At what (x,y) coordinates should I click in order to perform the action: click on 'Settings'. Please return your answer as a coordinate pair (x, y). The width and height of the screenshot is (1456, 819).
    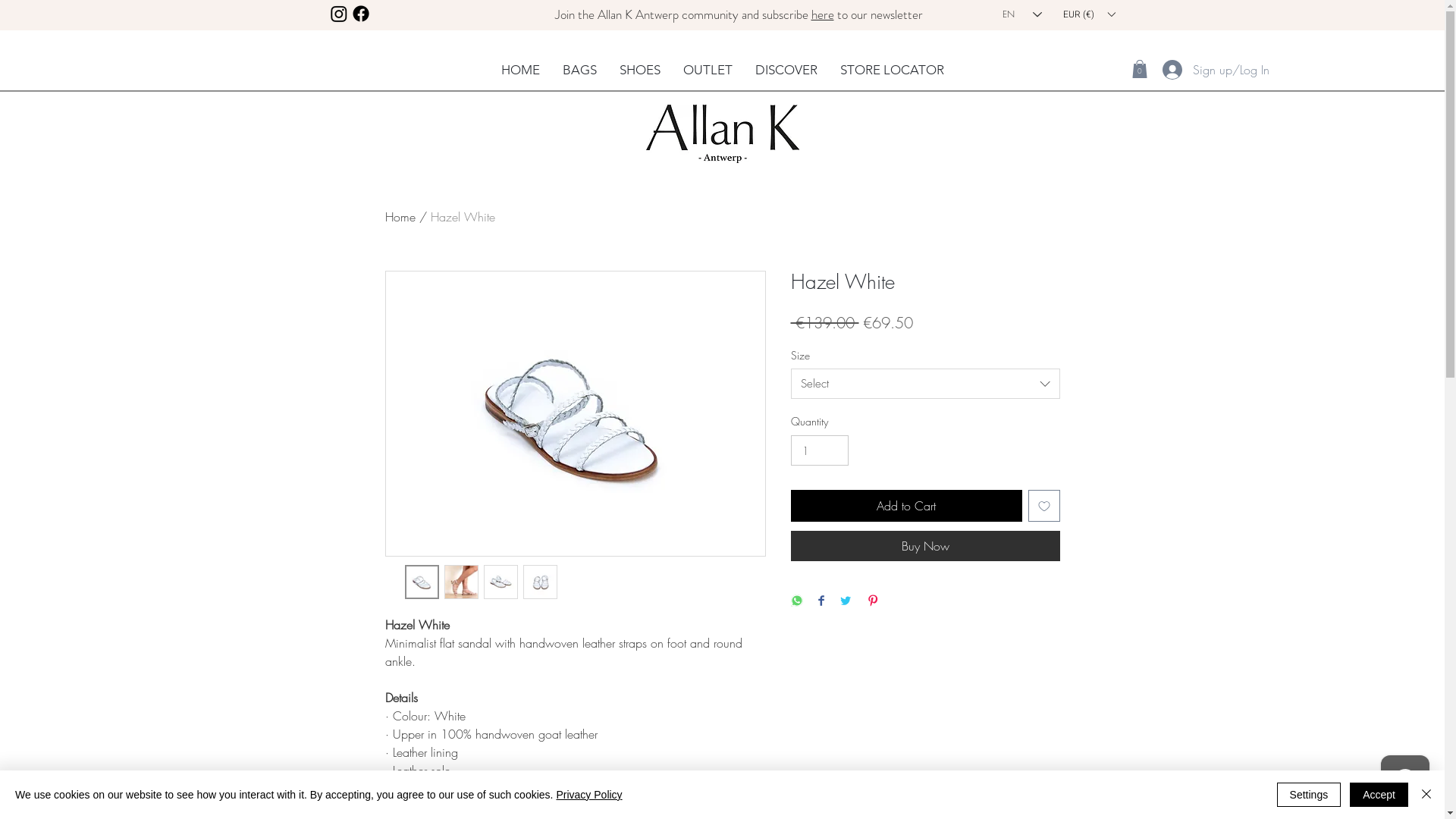
    Looking at the image, I should click on (1308, 794).